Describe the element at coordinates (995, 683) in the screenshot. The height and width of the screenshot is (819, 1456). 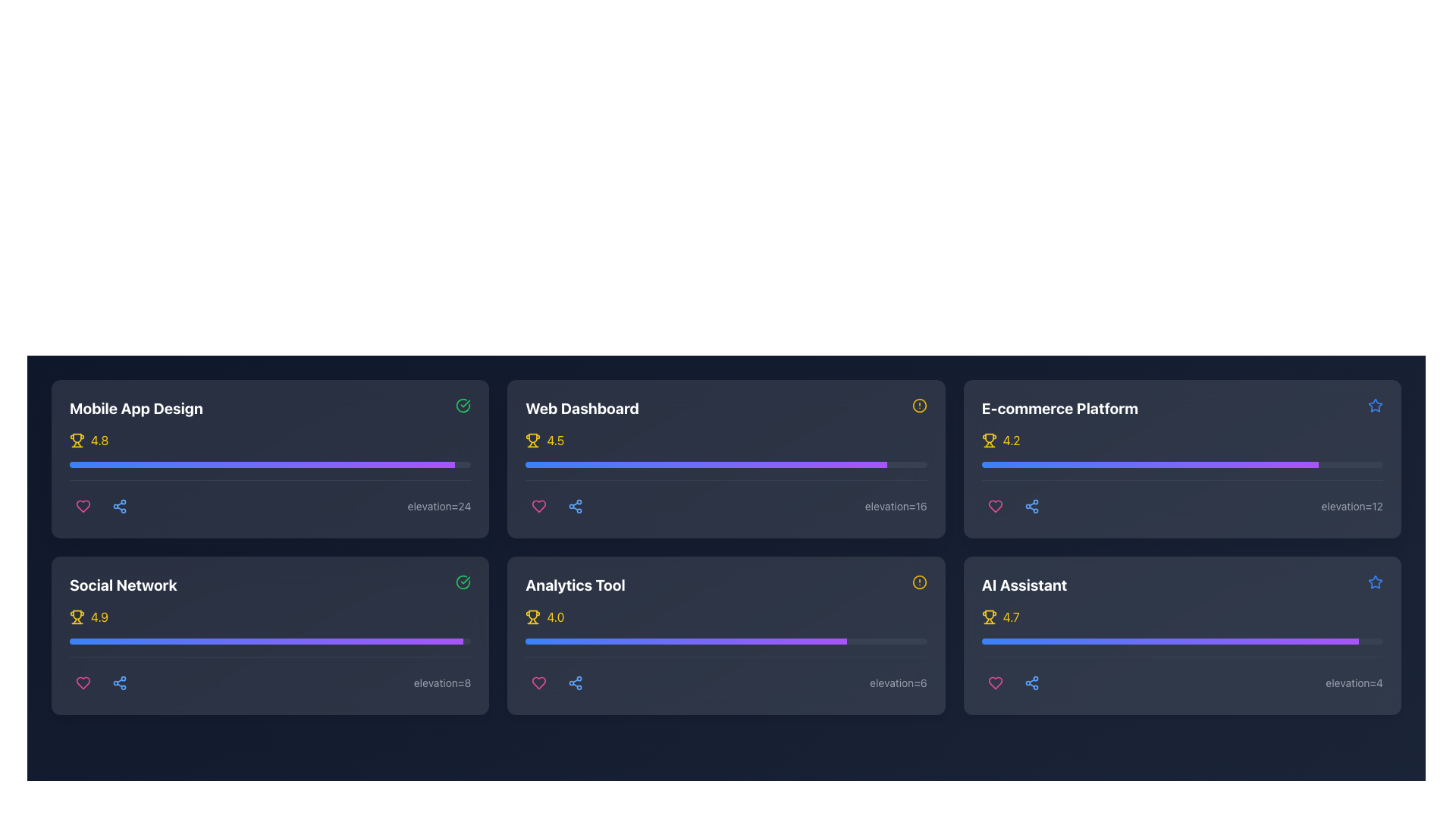
I see `the heart icon, which is a pink outline resembling a heart, located in the lower left corner of the 'AI Assistant' card, adjacent to the 'share' icon, to like or unlike` at that location.